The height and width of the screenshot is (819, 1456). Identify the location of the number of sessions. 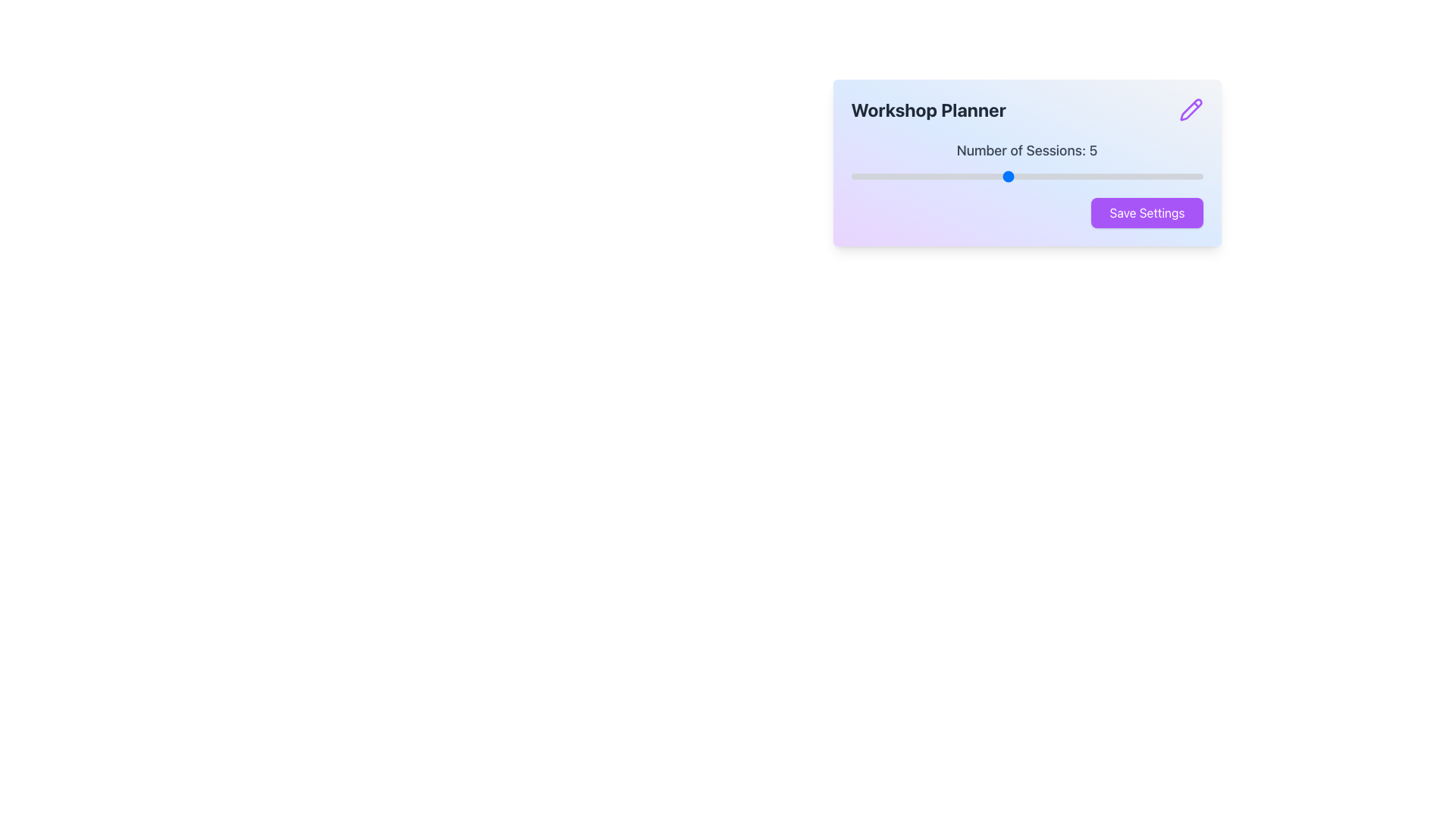
(1163, 175).